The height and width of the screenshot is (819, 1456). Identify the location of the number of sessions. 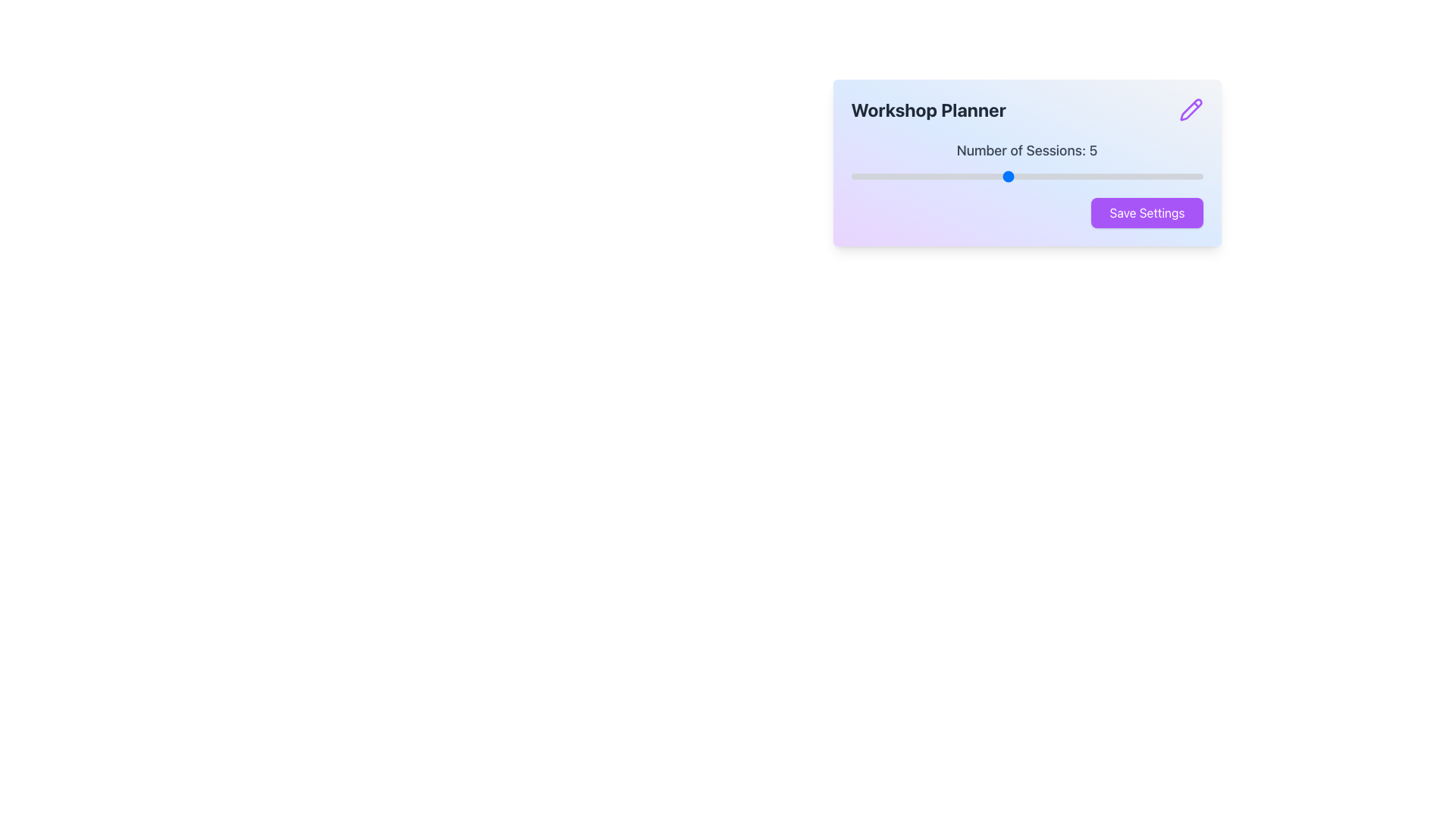
(1163, 175).